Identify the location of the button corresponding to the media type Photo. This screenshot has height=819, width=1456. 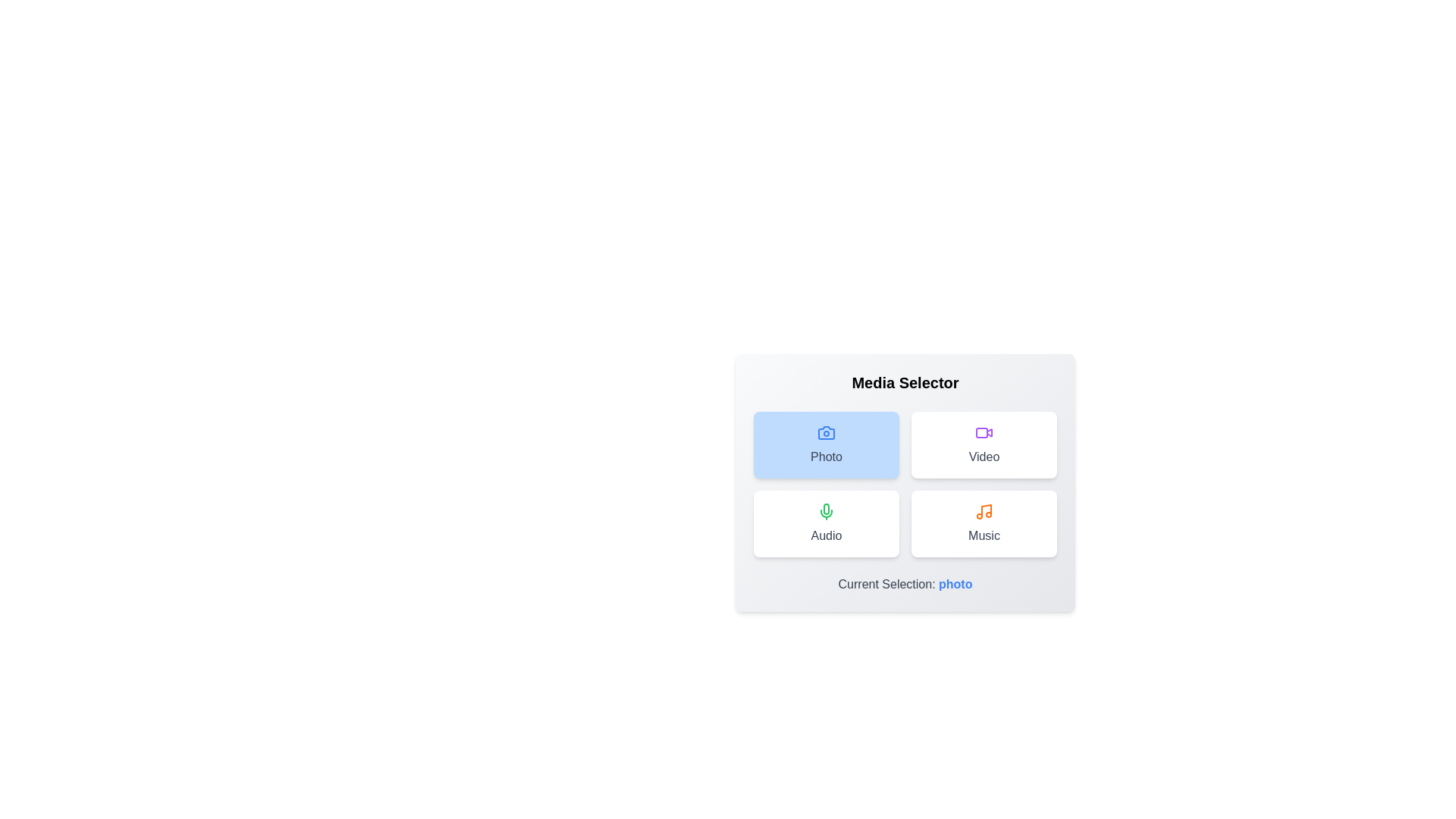
(825, 444).